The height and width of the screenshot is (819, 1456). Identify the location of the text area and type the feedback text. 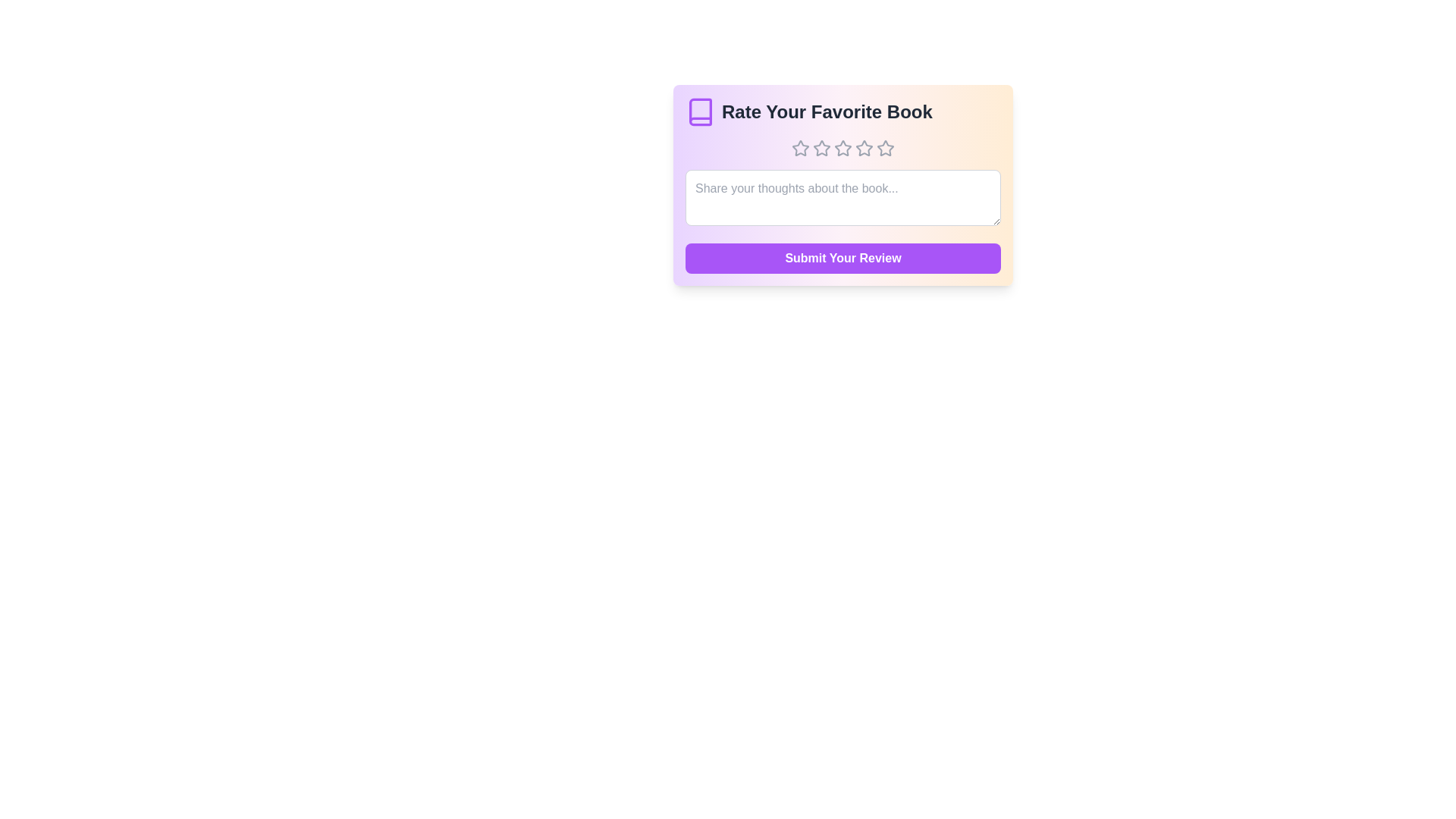
(843, 197).